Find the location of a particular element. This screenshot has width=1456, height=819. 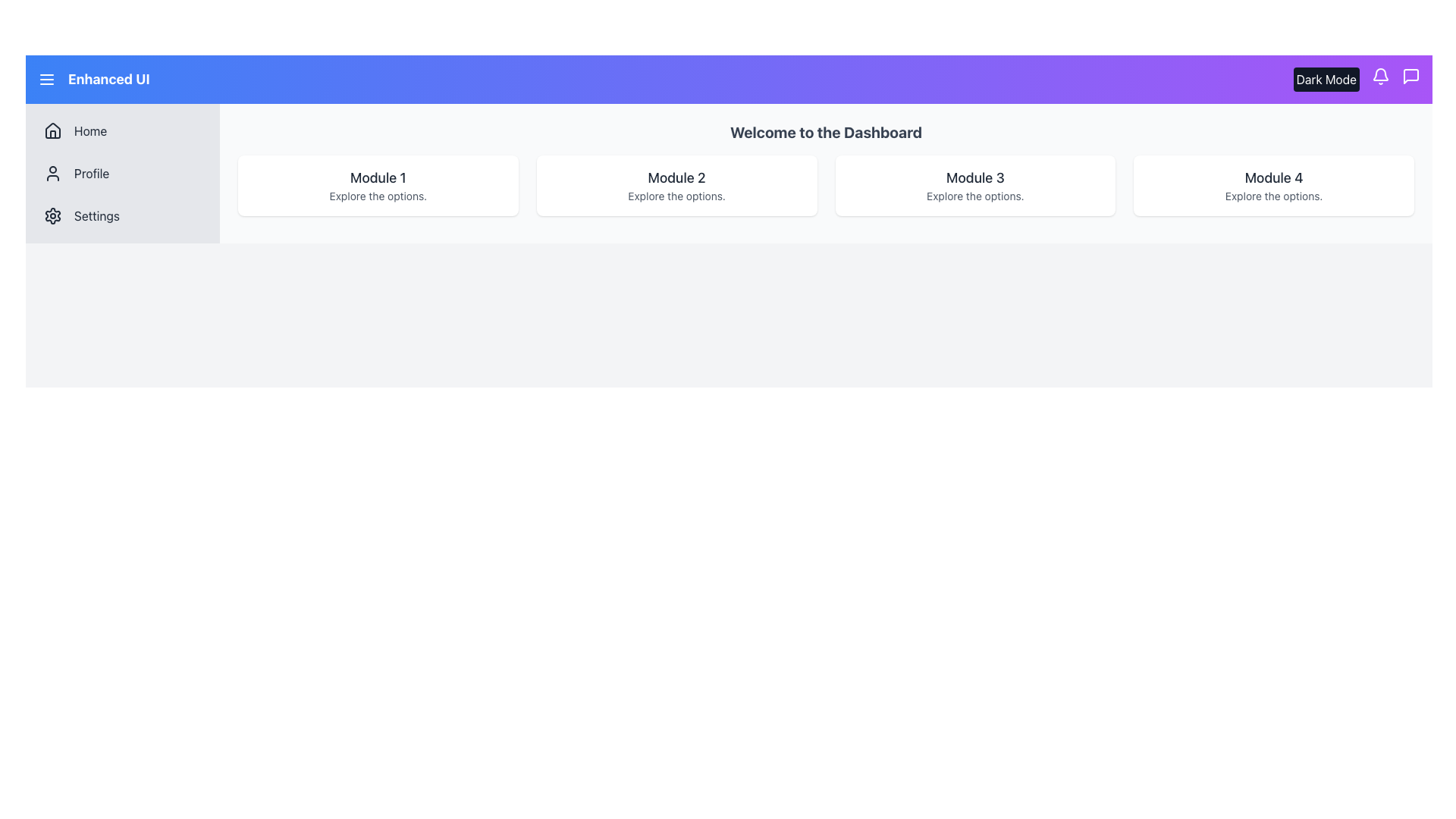

the 'Profile' icon in the left navigation area is located at coordinates (53, 172).